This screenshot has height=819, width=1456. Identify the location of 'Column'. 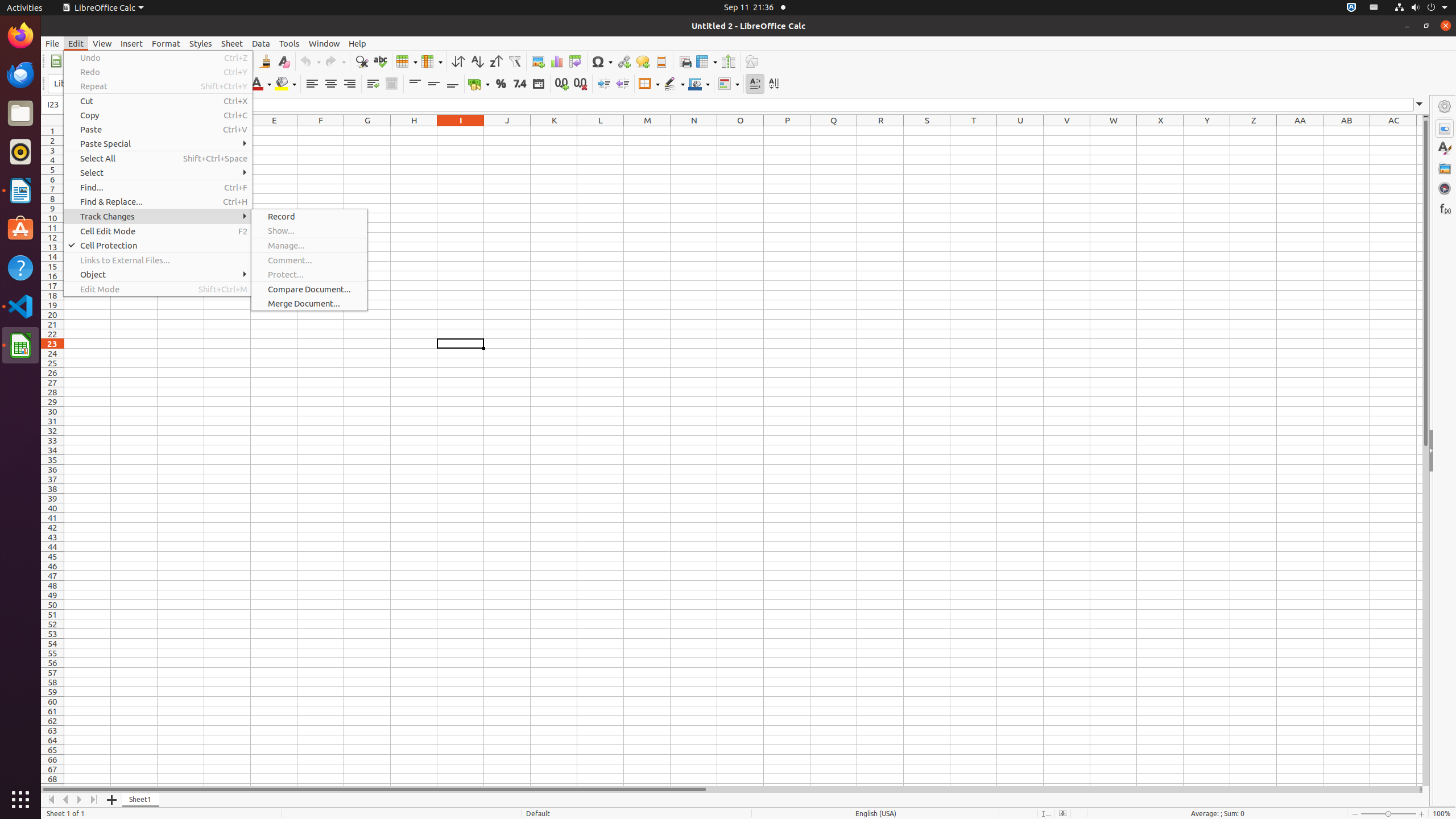
(431, 61).